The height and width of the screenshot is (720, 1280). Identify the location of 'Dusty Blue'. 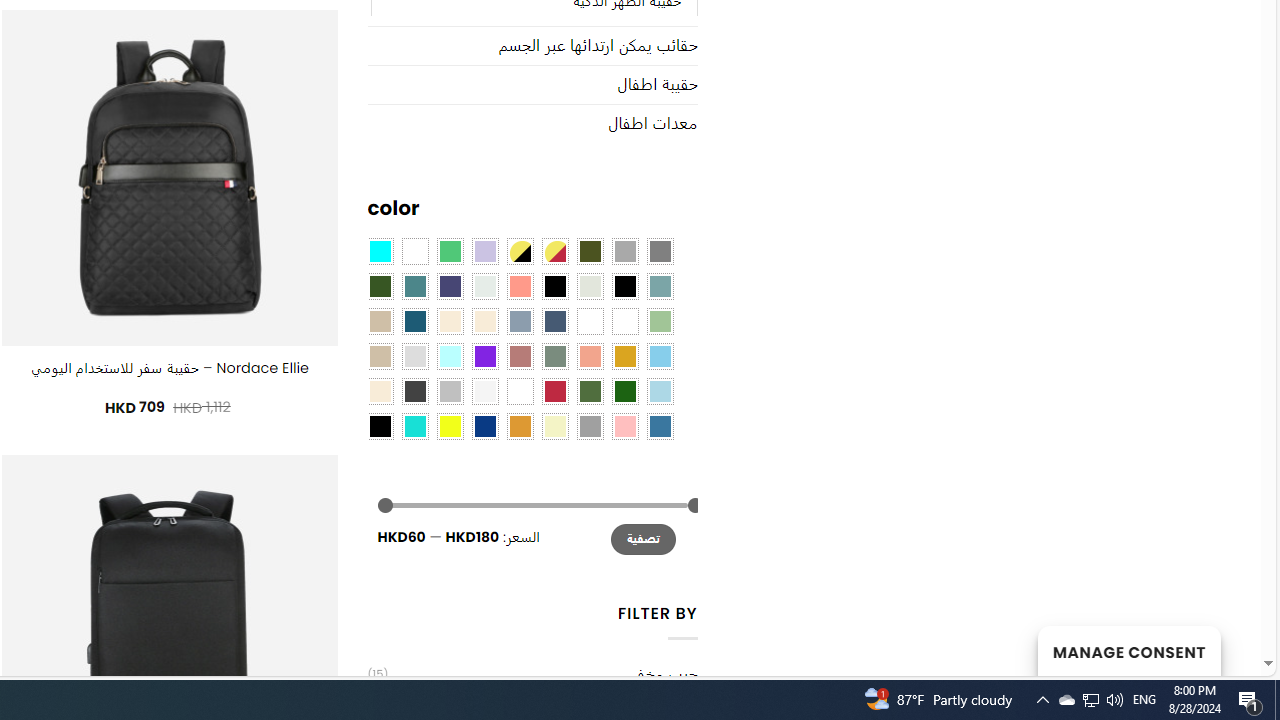
(519, 320).